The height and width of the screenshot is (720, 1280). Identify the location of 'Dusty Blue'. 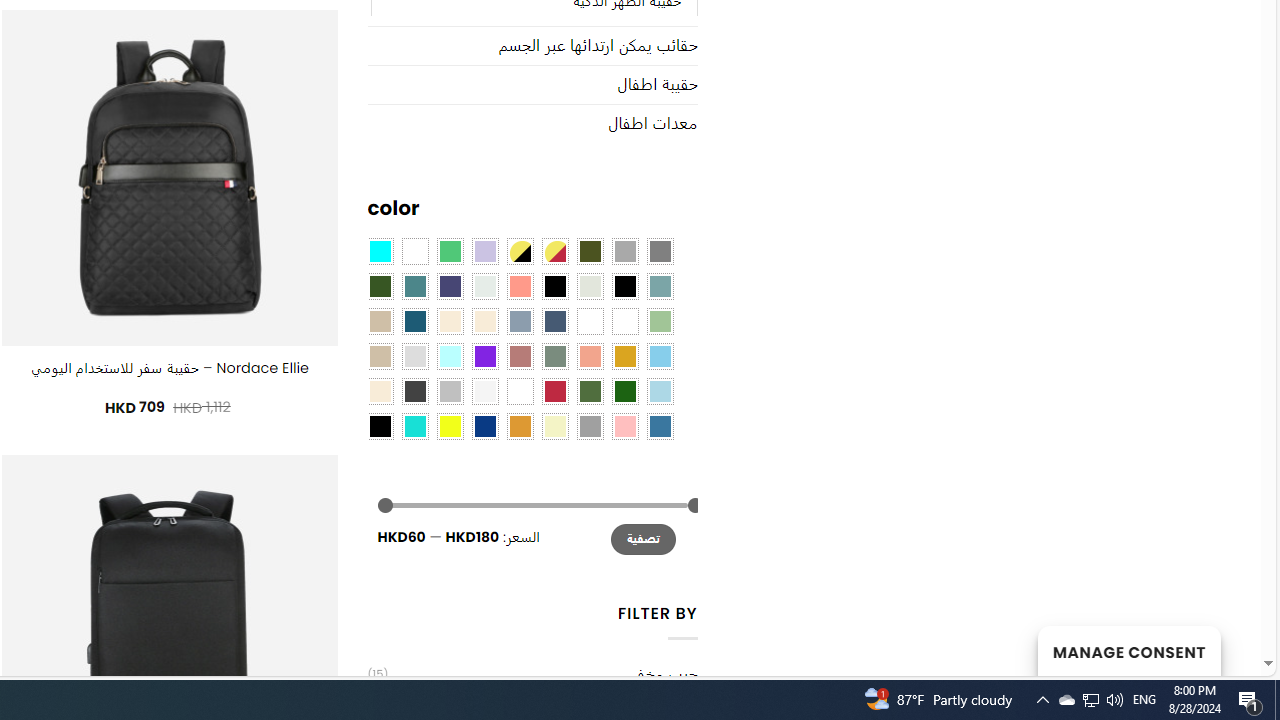
(519, 320).